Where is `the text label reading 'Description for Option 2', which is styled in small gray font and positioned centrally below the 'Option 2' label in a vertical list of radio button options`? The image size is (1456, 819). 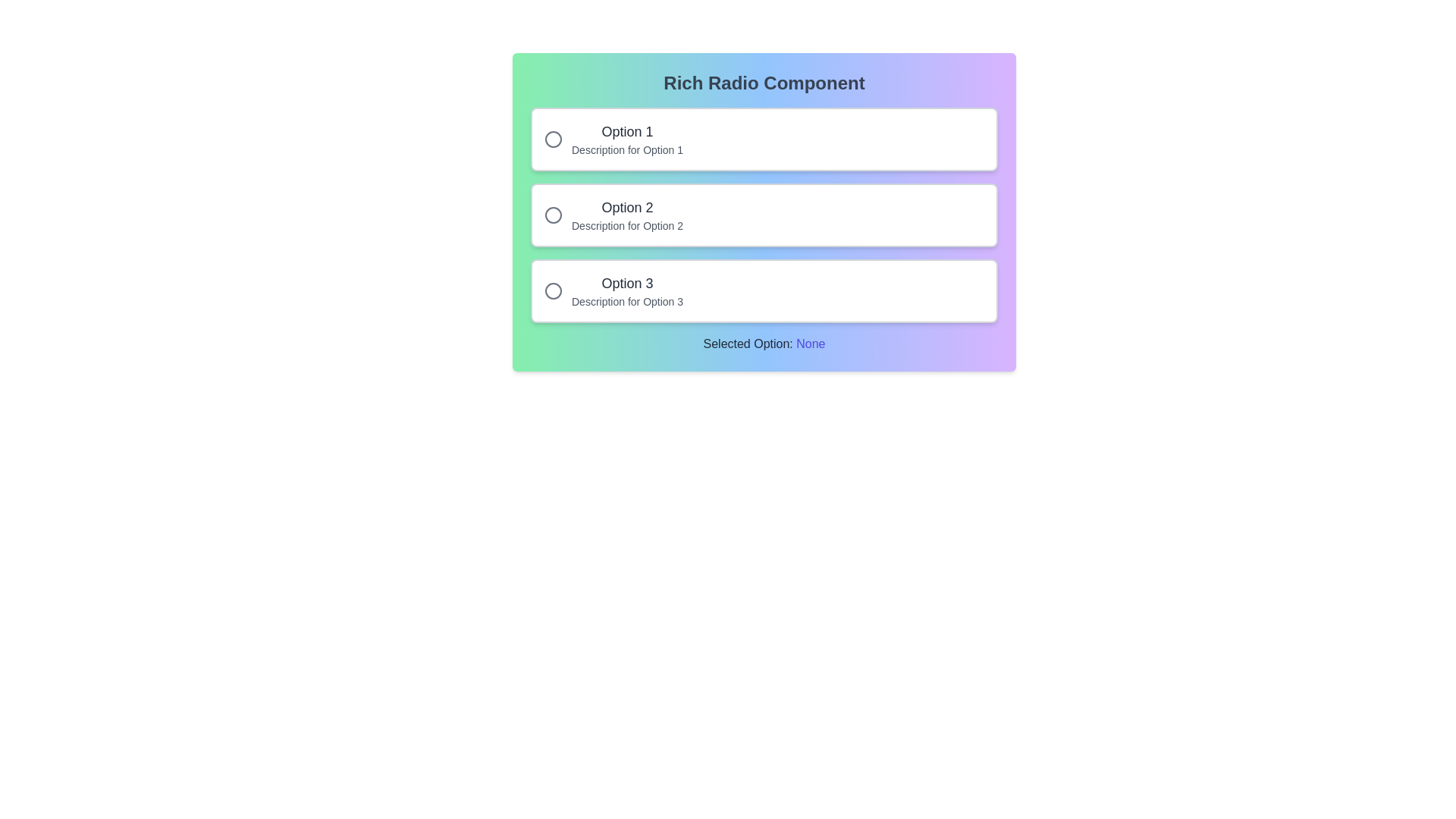
the text label reading 'Description for Option 2', which is styled in small gray font and positioned centrally below the 'Option 2' label in a vertical list of radio button options is located at coordinates (627, 225).